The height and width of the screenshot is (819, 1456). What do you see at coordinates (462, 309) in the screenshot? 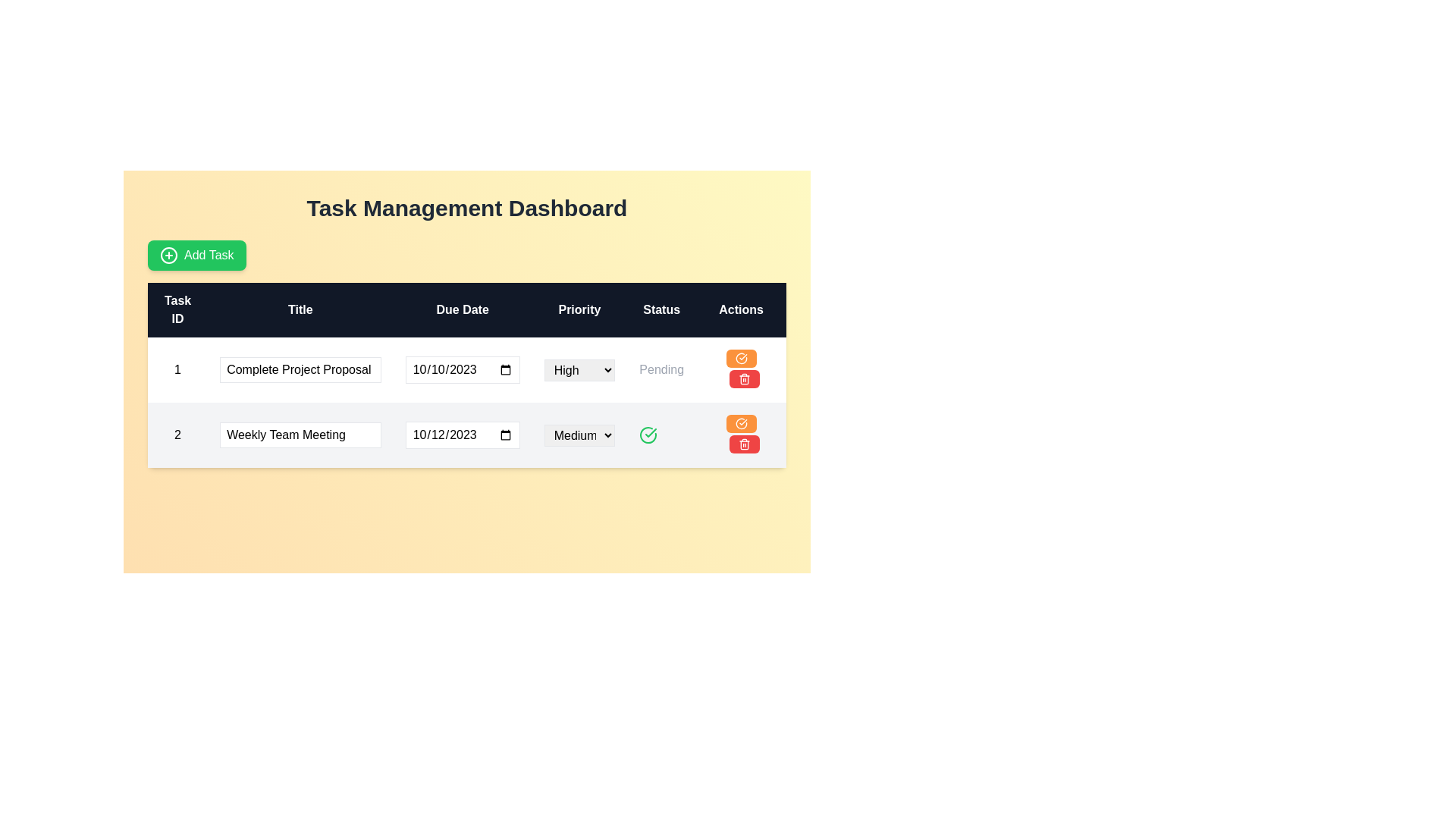
I see `the third column header of the table that indicates due dates for tasks, located between the 'Title' and 'Priority' headers` at bounding box center [462, 309].